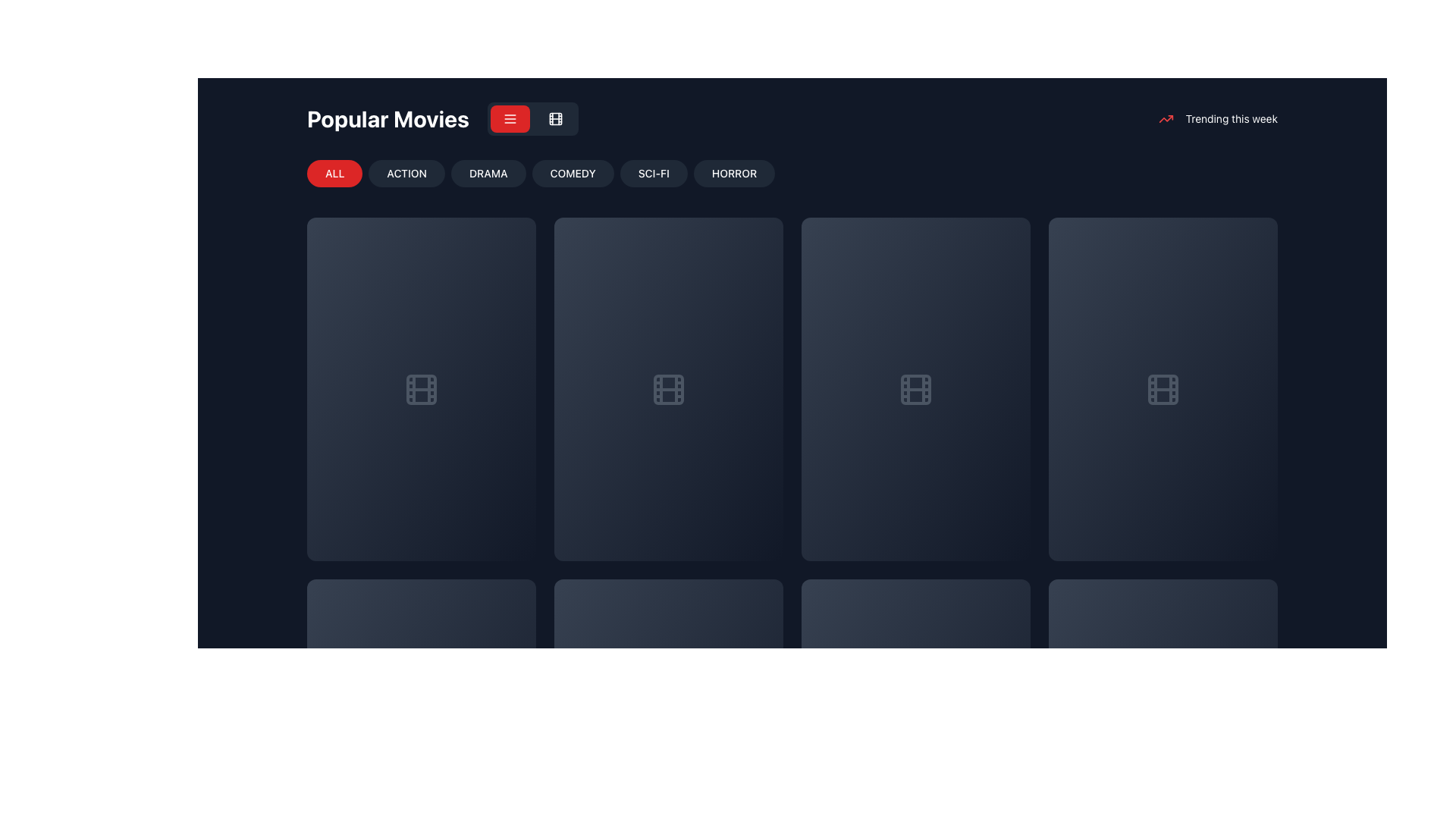 Image resolution: width=1456 pixels, height=819 pixels. What do you see at coordinates (668, 388) in the screenshot?
I see `the film reel icon component located in the center of the second card of the first row in the grid layout` at bounding box center [668, 388].